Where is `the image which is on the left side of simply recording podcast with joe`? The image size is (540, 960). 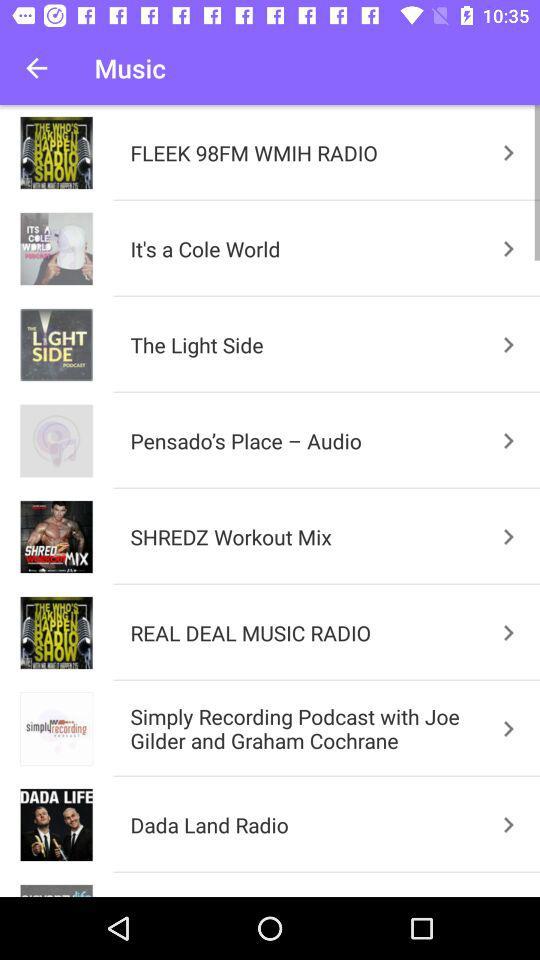 the image which is on the left side of simply recording podcast with joe is located at coordinates (56, 728).